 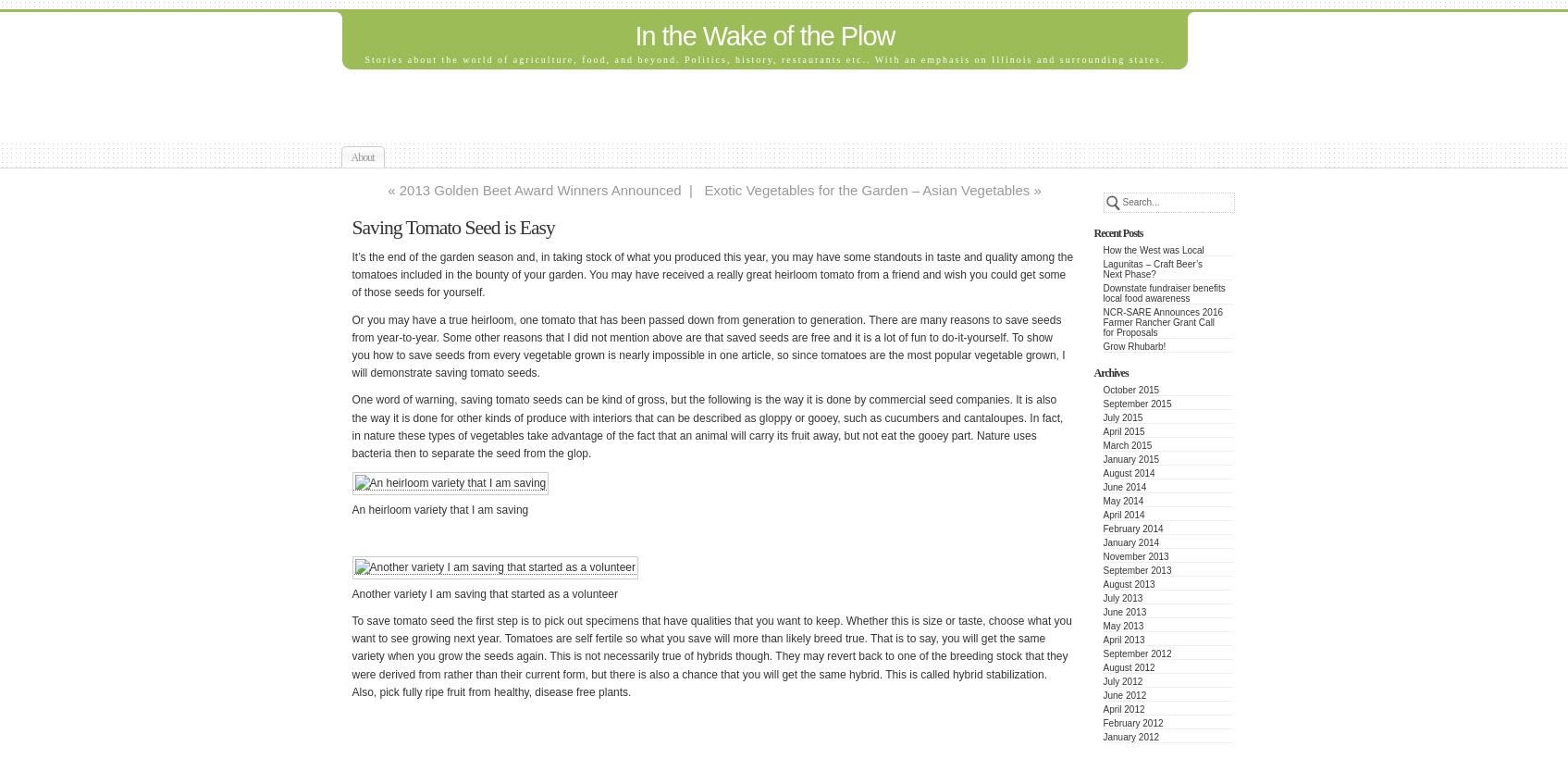 What do you see at coordinates (1152, 250) in the screenshot?
I see `'How the West was Local'` at bounding box center [1152, 250].